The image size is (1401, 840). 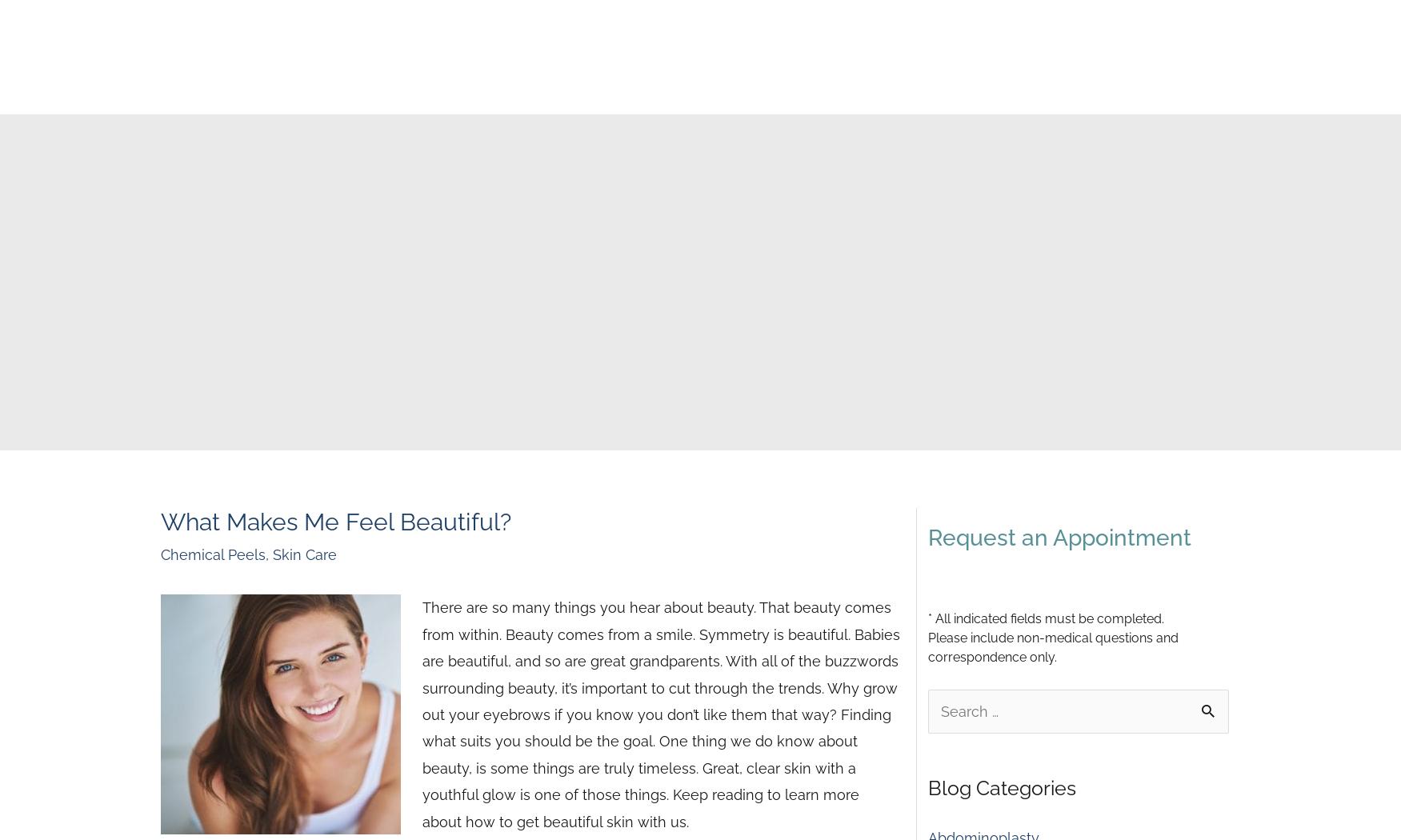 What do you see at coordinates (959, 460) in the screenshot?
I see `'June 2011'` at bounding box center [959, 460].